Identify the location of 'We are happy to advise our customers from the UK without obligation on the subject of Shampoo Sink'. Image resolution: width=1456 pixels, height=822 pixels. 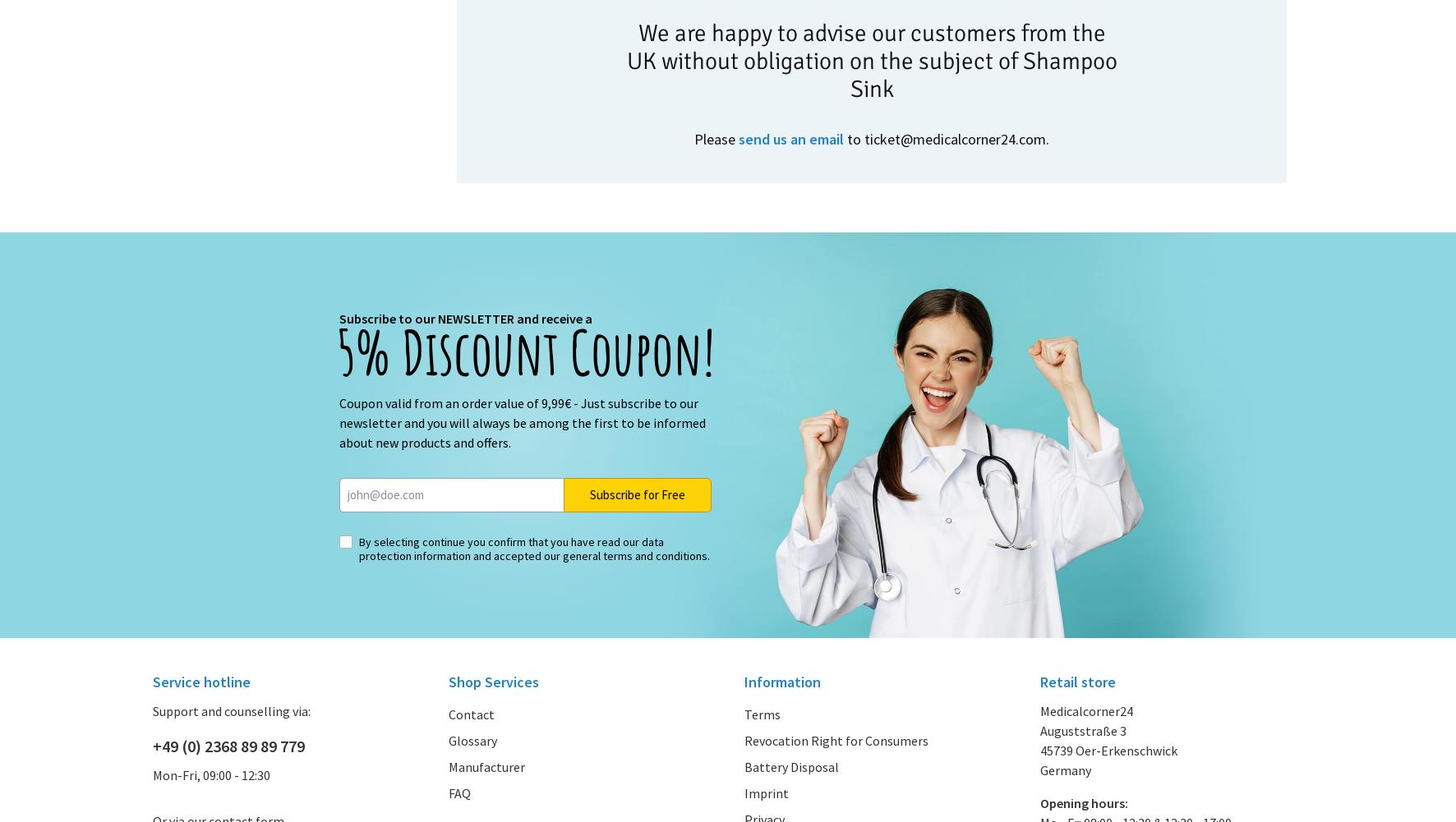
(871, 59).